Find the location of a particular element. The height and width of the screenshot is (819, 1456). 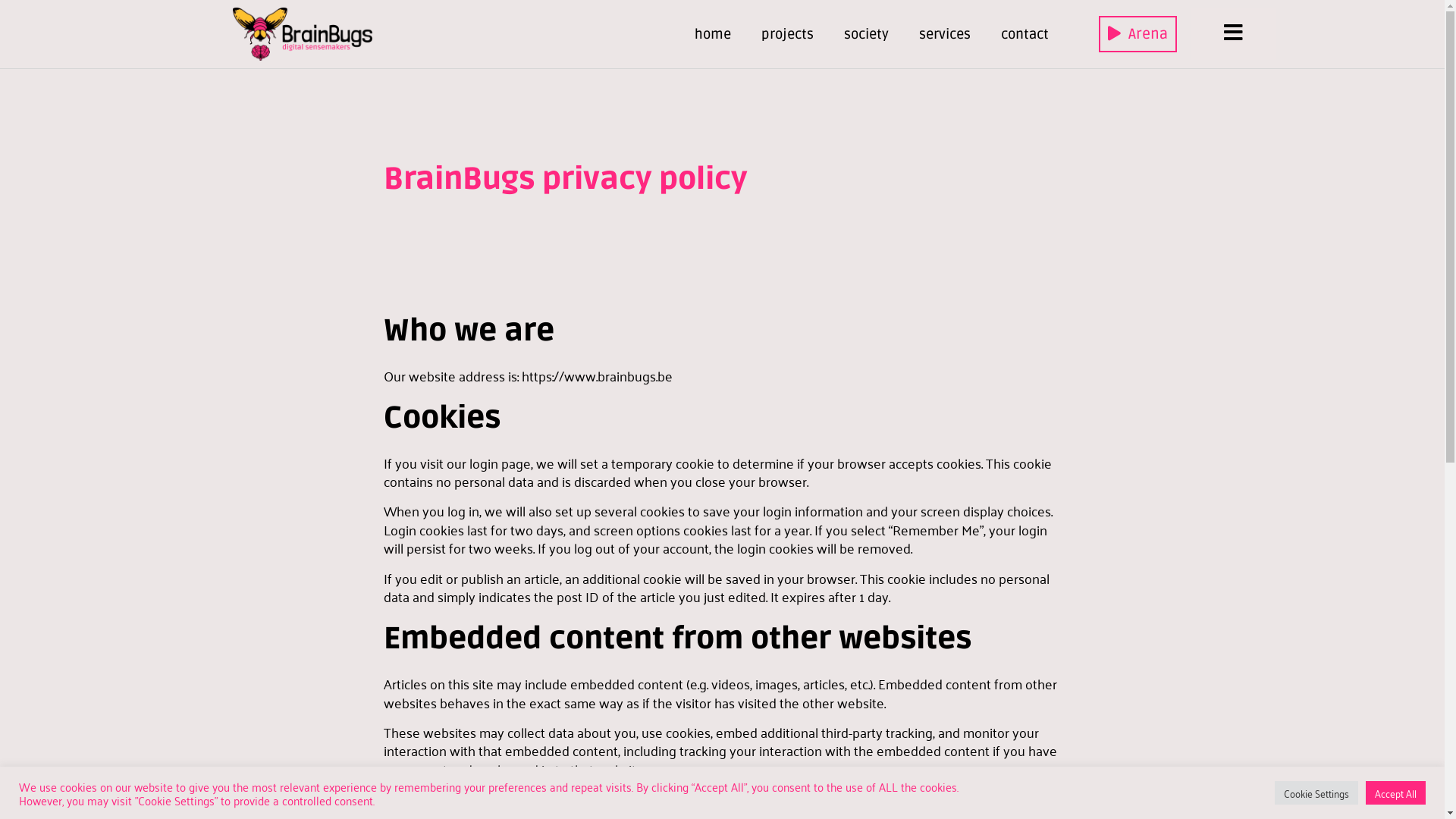

'services' is located at coordinates (944, 34).